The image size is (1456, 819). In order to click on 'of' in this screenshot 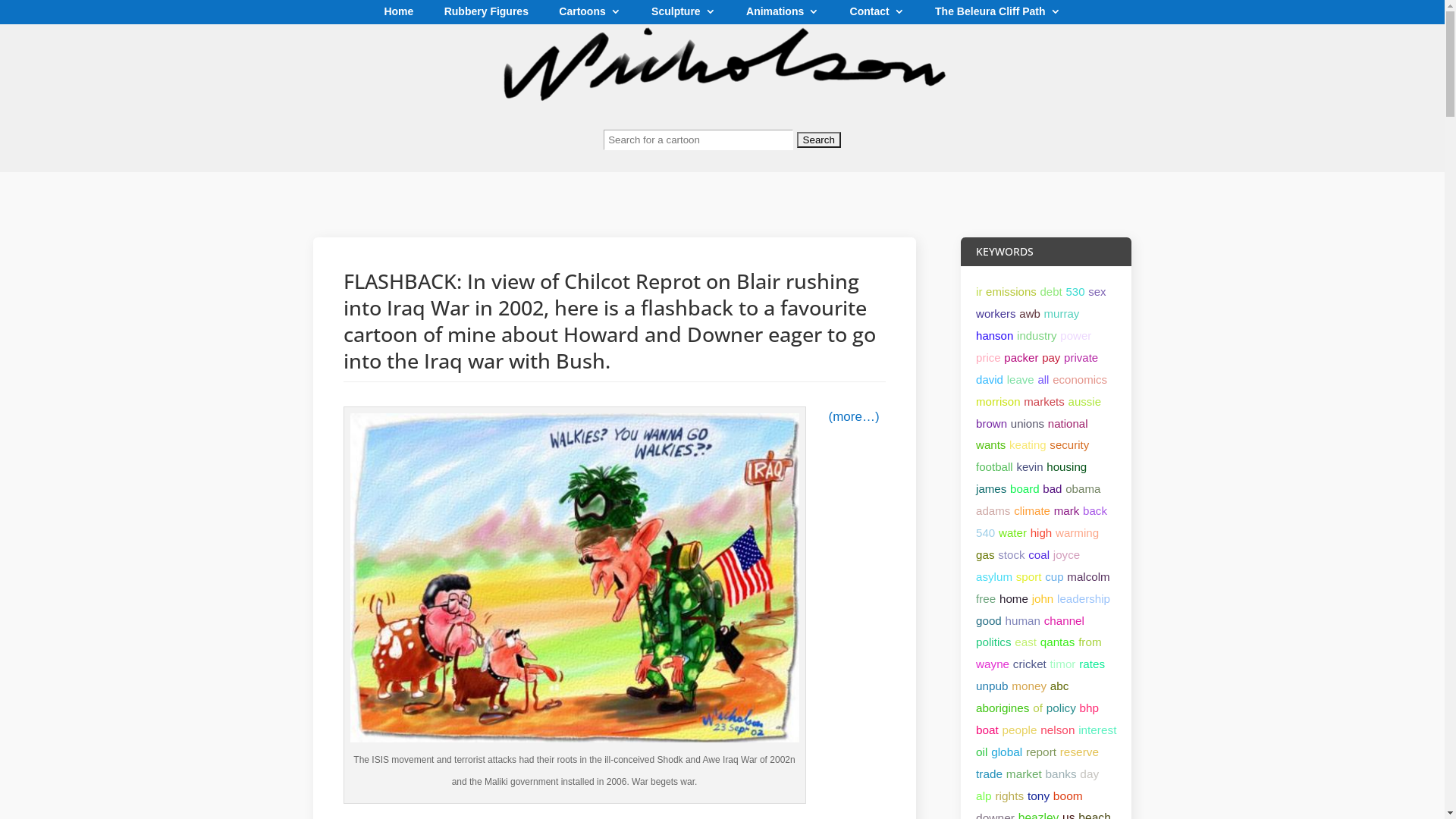, I will do `click(1037, 708)`.